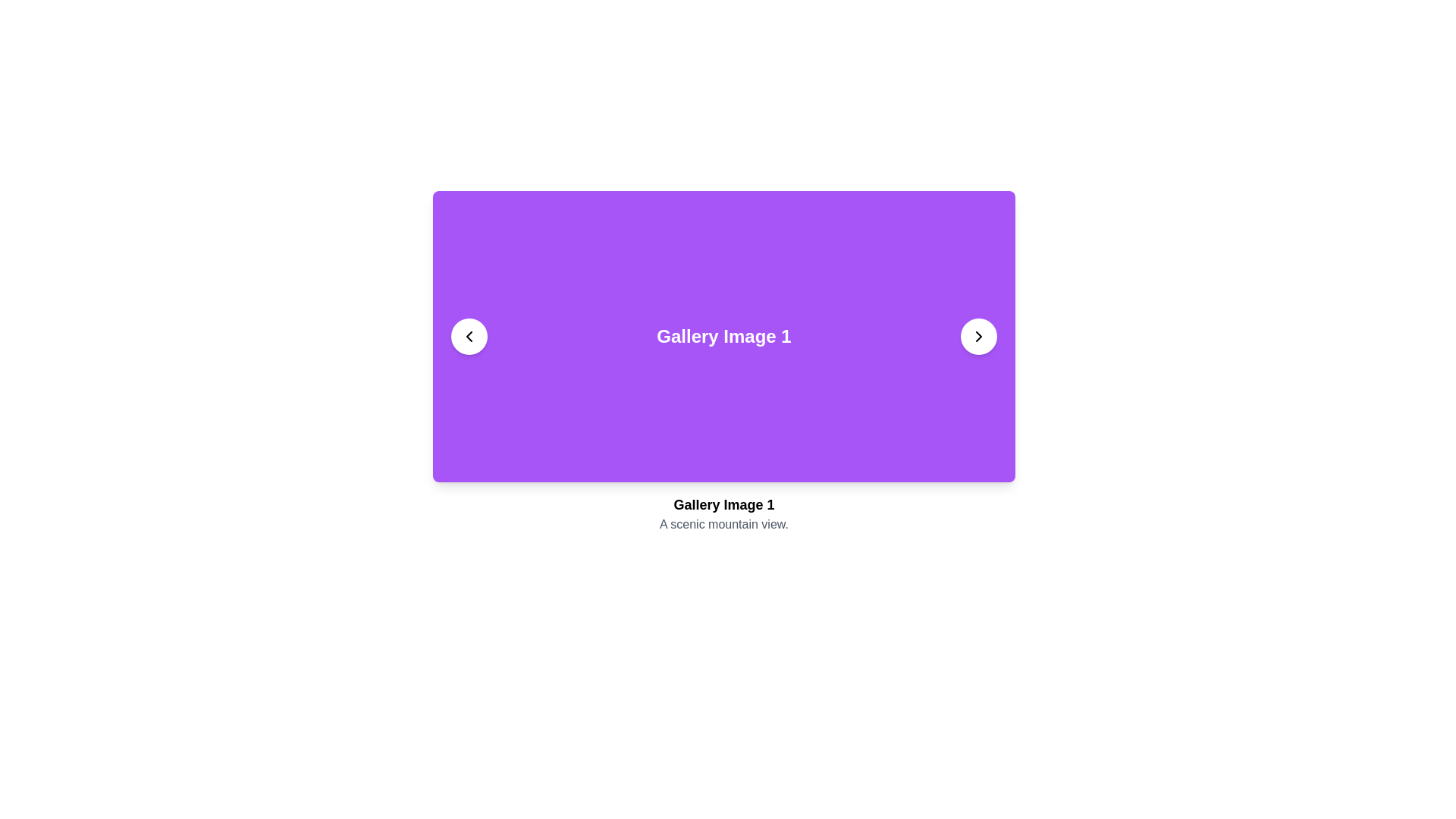 This screenshot has height=819, width=1456. Describe the element at coordinates (469, 335) in the screenshot. I see `the 'previous' button within the circular SVG icon located on the left side of the purple box` at that location.